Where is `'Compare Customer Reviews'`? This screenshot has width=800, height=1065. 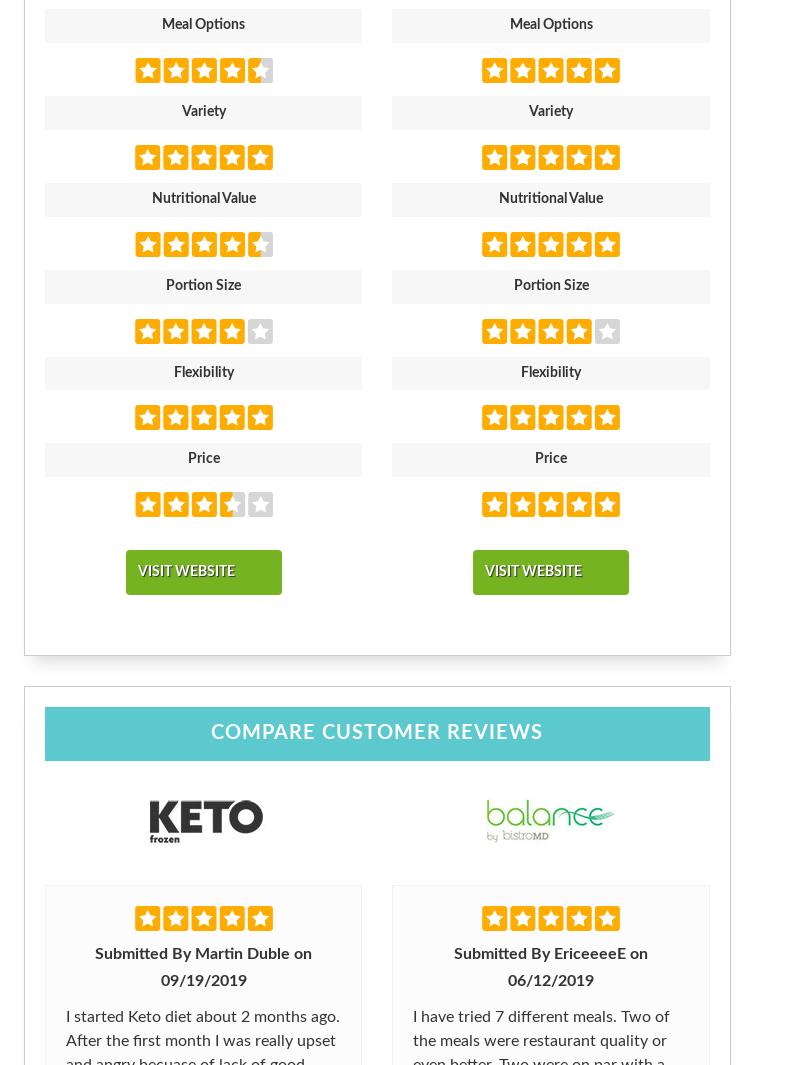
'Compare Customer Reviews' is located at coordinates (375, 733).